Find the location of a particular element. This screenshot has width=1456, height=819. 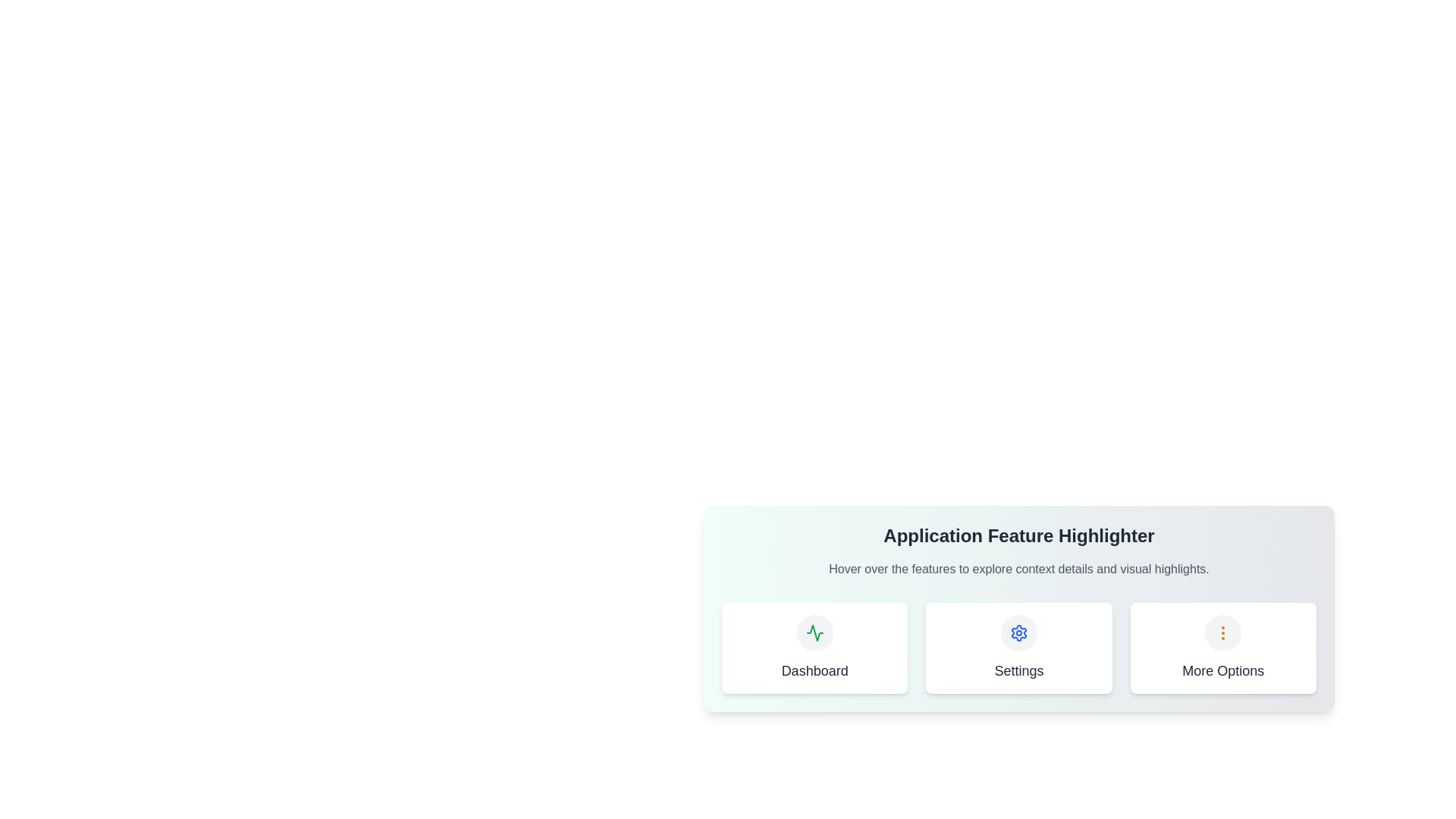

the circular icon with a light gray background and blue cogwheel symbol located at the center-top part of the 'Settings' card is located at coordinates (1019, 632).